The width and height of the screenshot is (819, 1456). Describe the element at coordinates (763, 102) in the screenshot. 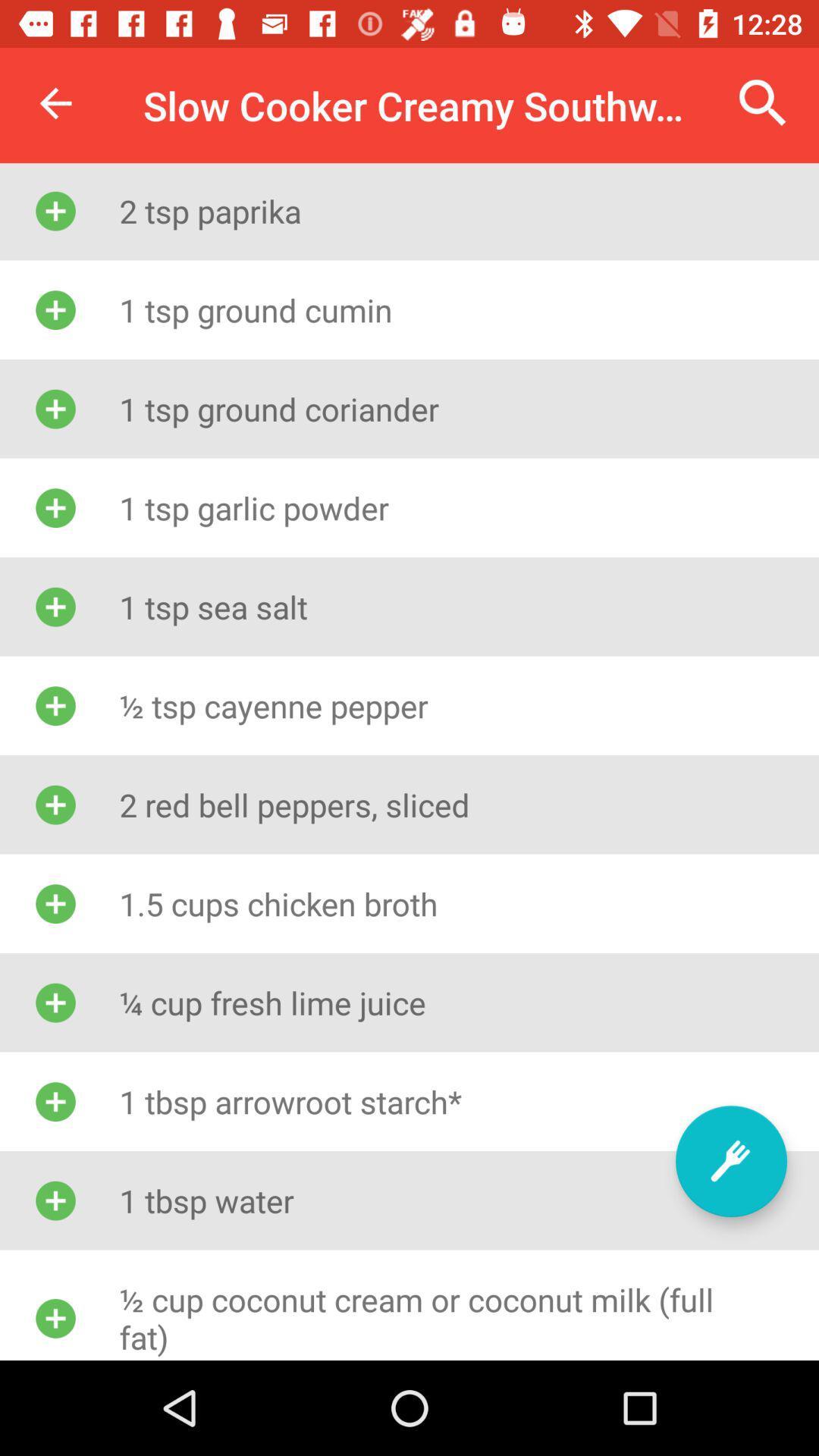

I see `icon above the 2 tsp paprika icon` at that location.